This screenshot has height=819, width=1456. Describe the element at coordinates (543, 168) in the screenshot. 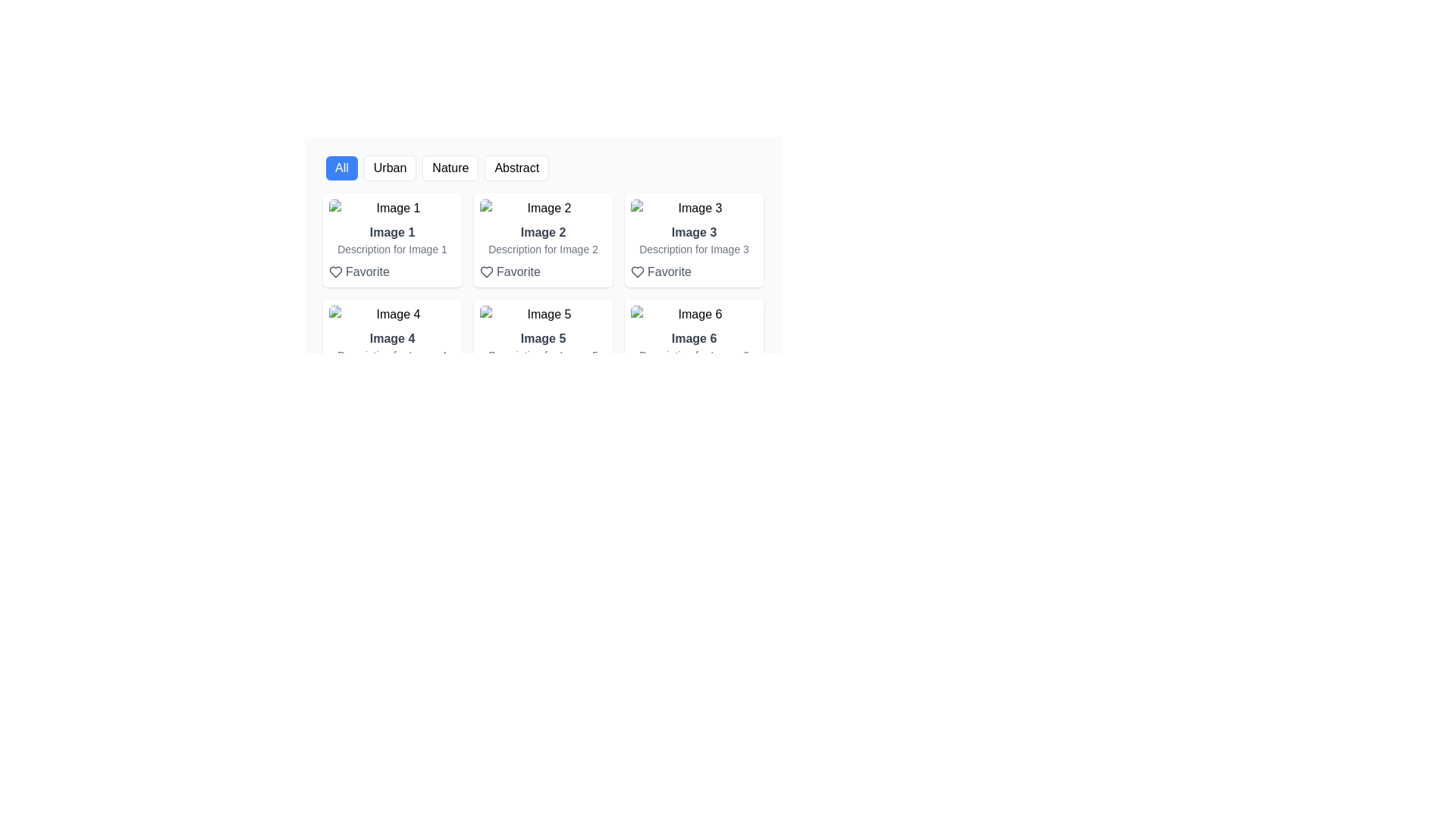

I see `the button labeled 'Abstract' which has a white background and a blue border, located in the horizontal selection bar at the top of the content area` at that location.